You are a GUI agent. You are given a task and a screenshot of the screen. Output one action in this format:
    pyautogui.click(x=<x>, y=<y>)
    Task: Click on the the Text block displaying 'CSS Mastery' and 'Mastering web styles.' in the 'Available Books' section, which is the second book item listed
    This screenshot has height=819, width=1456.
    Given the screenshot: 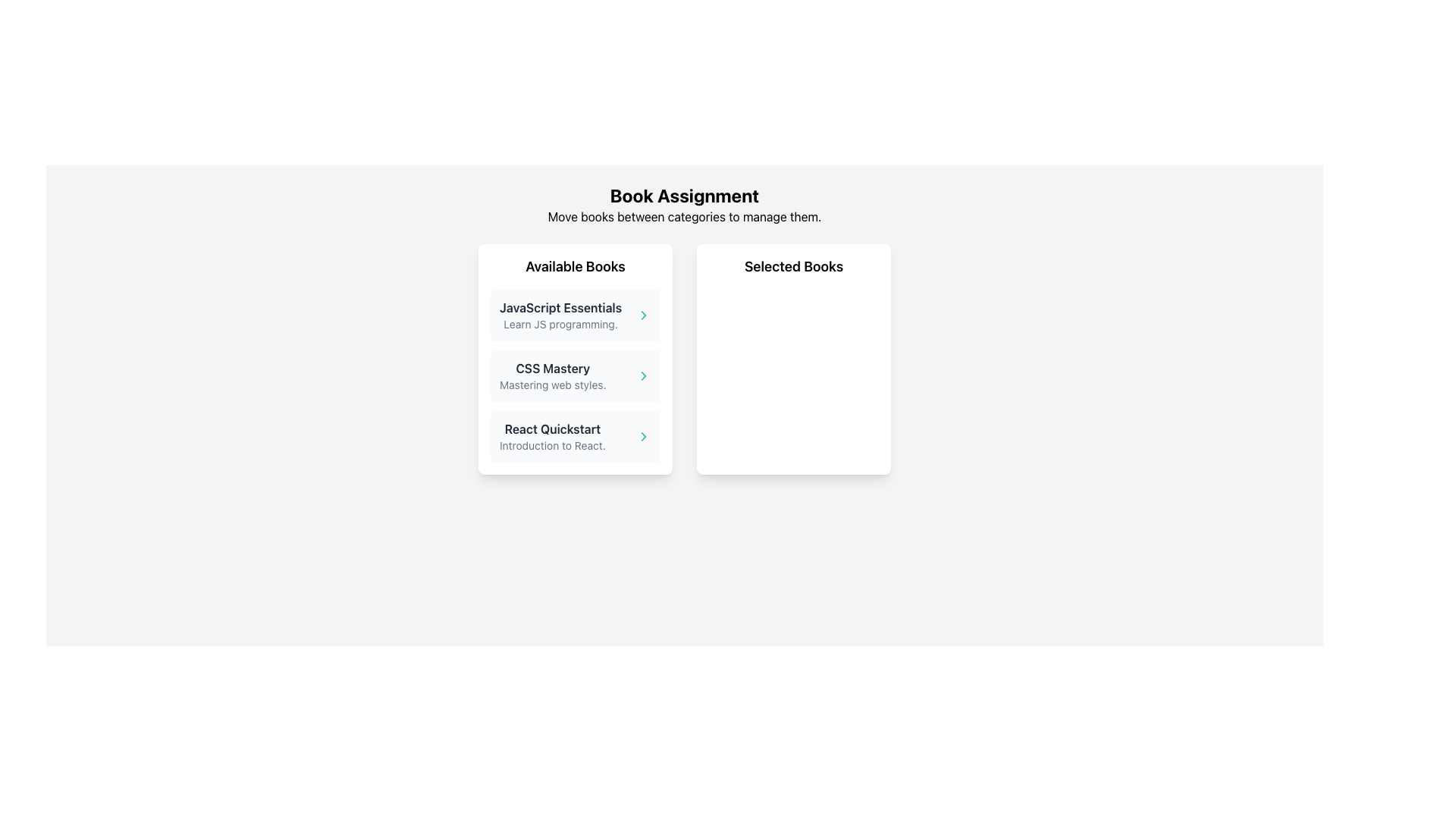 What is the action you would take?
    pyautogui.click(x=552, y=375)
    